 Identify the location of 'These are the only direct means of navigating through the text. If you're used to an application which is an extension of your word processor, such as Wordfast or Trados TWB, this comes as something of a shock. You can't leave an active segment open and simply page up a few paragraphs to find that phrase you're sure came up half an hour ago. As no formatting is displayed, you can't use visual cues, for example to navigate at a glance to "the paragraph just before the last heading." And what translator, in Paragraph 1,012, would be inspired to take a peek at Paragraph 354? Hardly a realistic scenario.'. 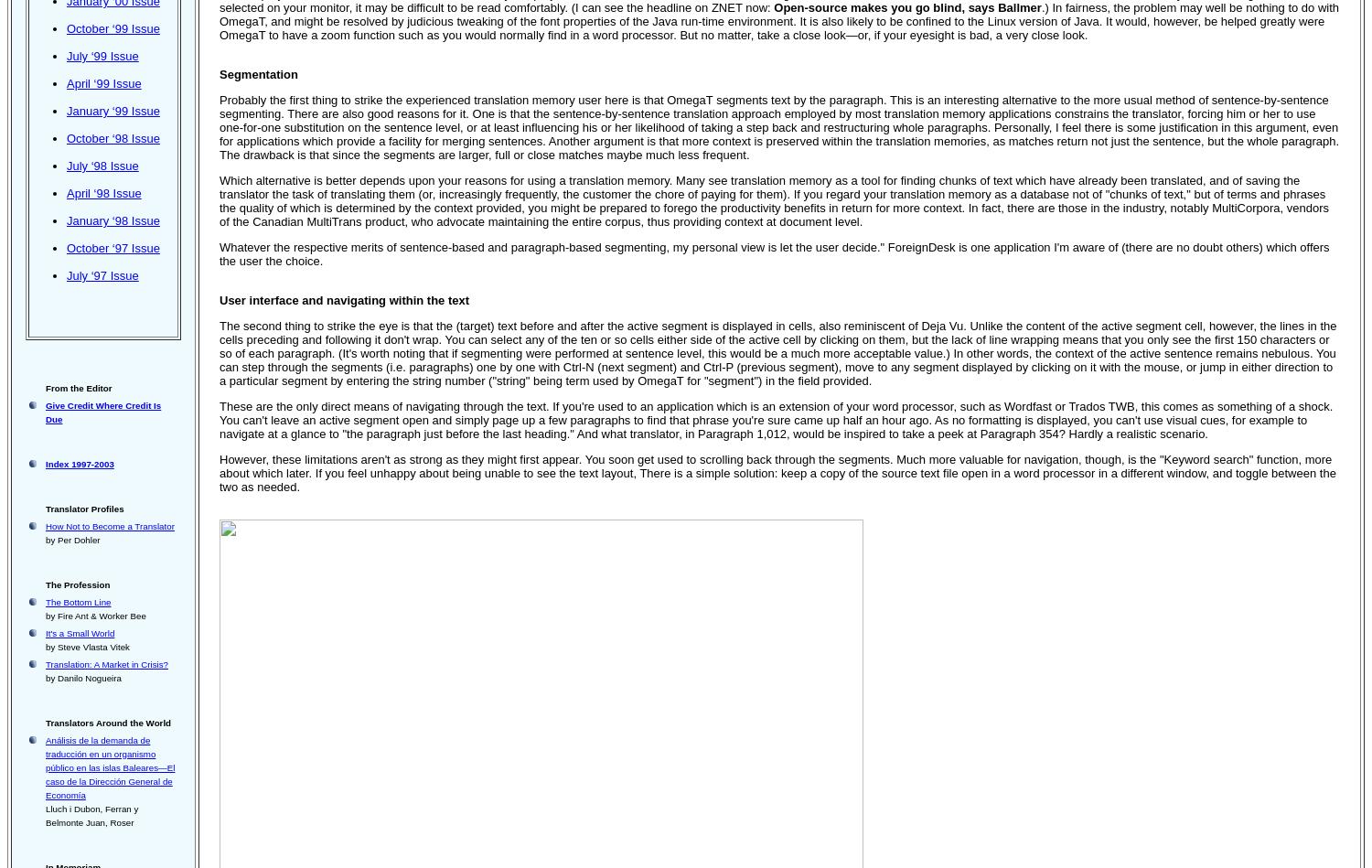
(775, 420).